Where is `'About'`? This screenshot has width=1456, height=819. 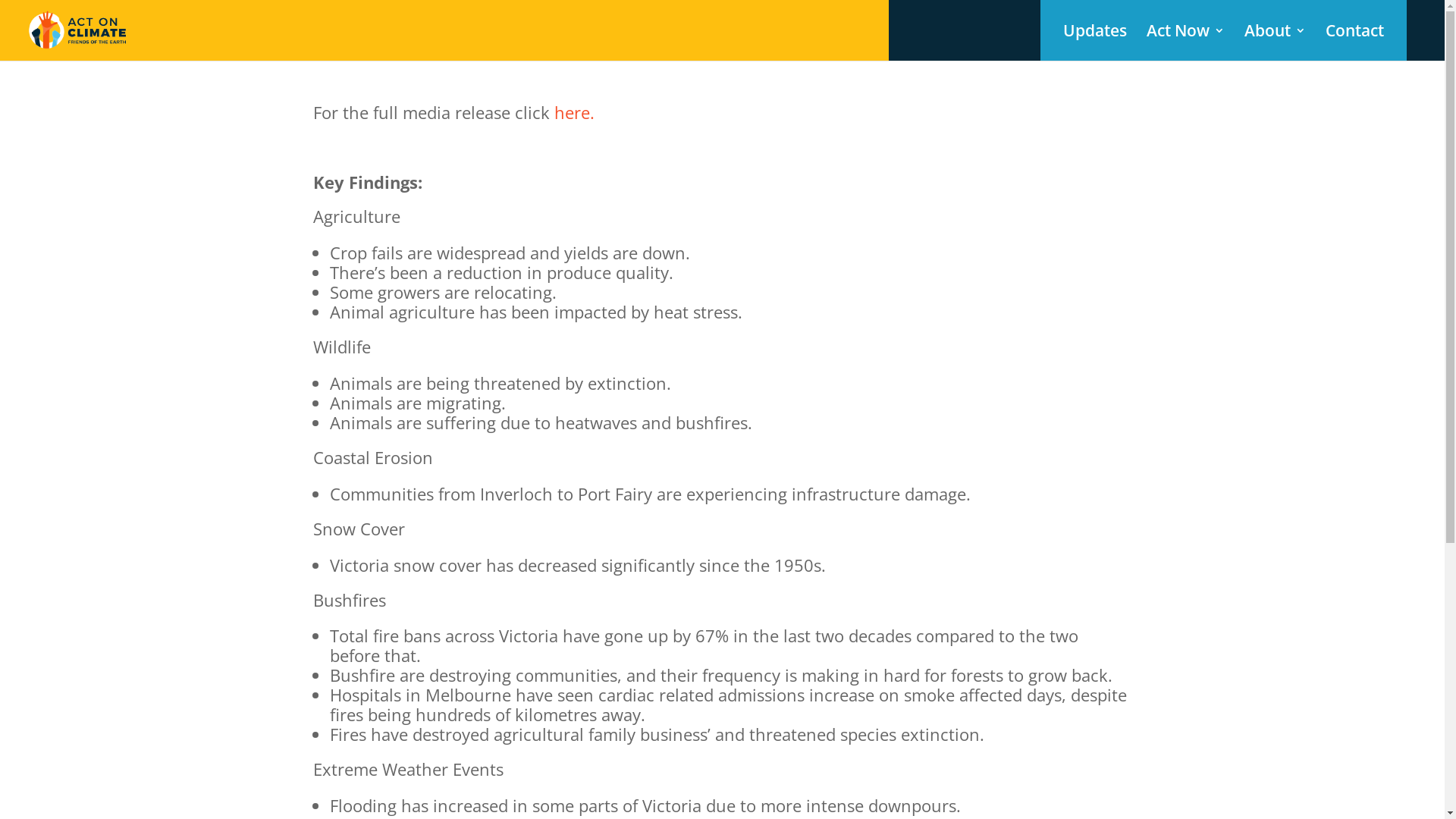
'About' is located at coordinates (1274, 42).